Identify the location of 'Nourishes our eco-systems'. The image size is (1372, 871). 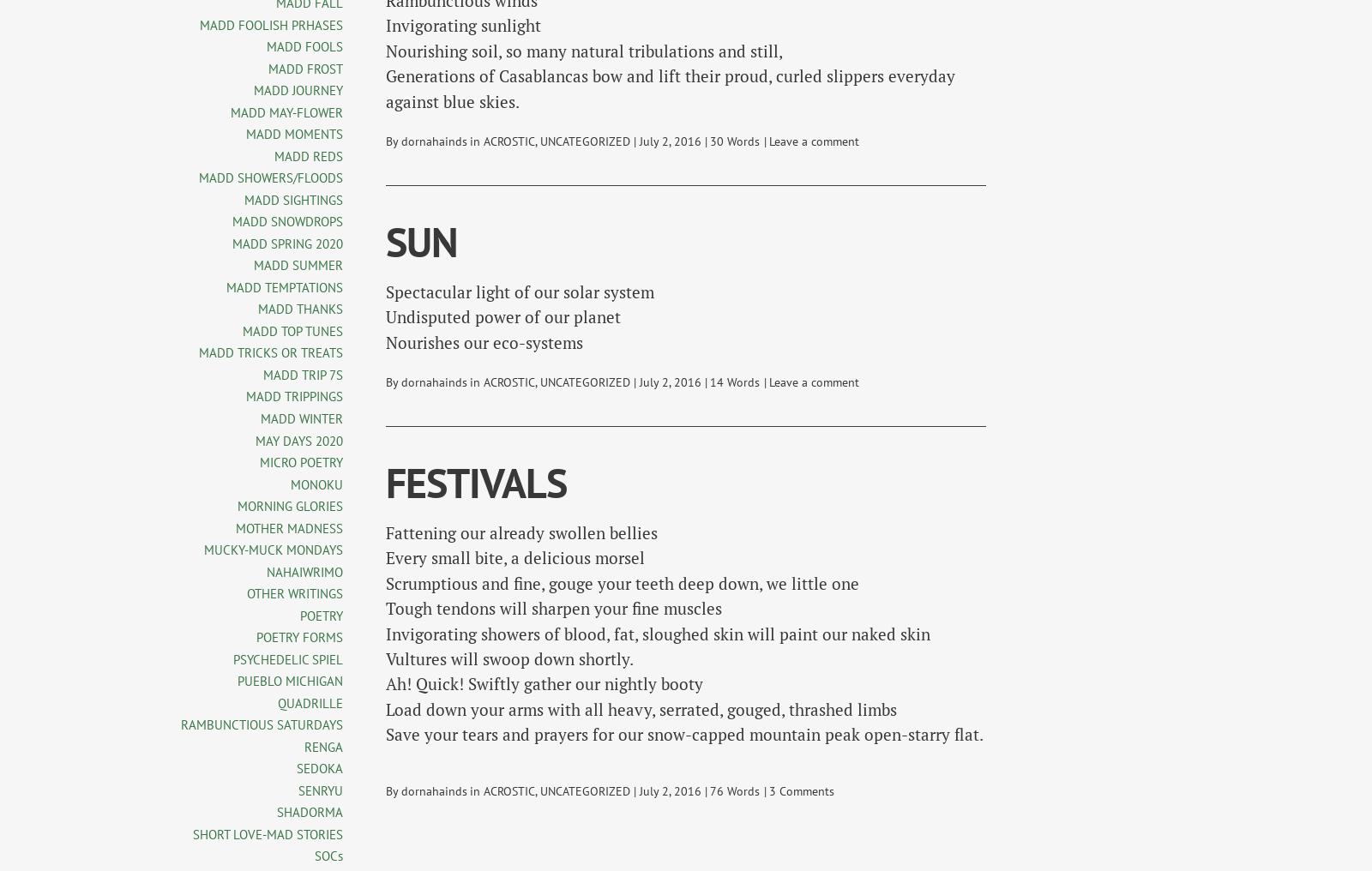
(483, 340).